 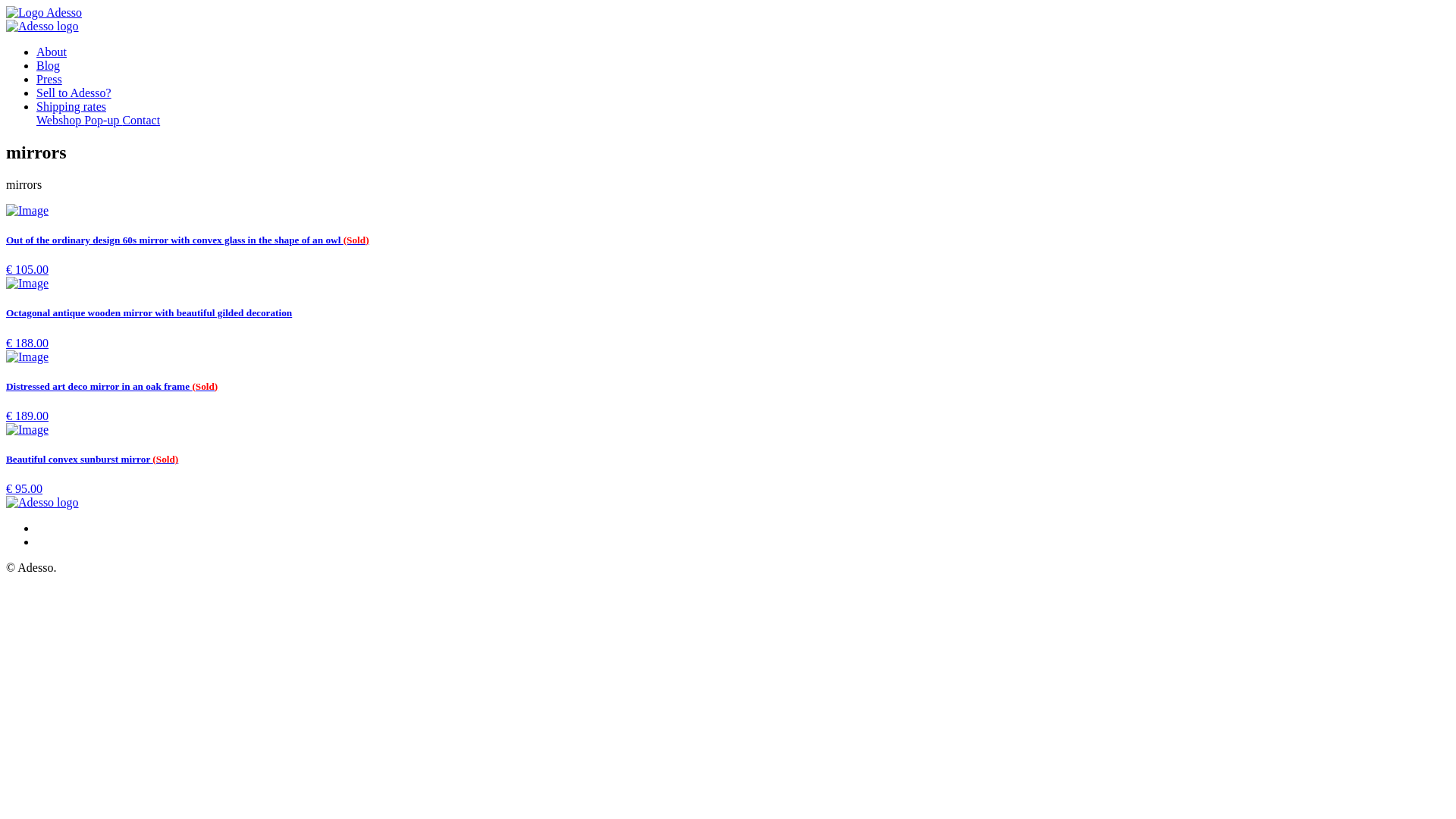 What do you see at coordinates (60, 119) in the screenshot?
I see `'Webshop'` at bounding box center [60, 119].